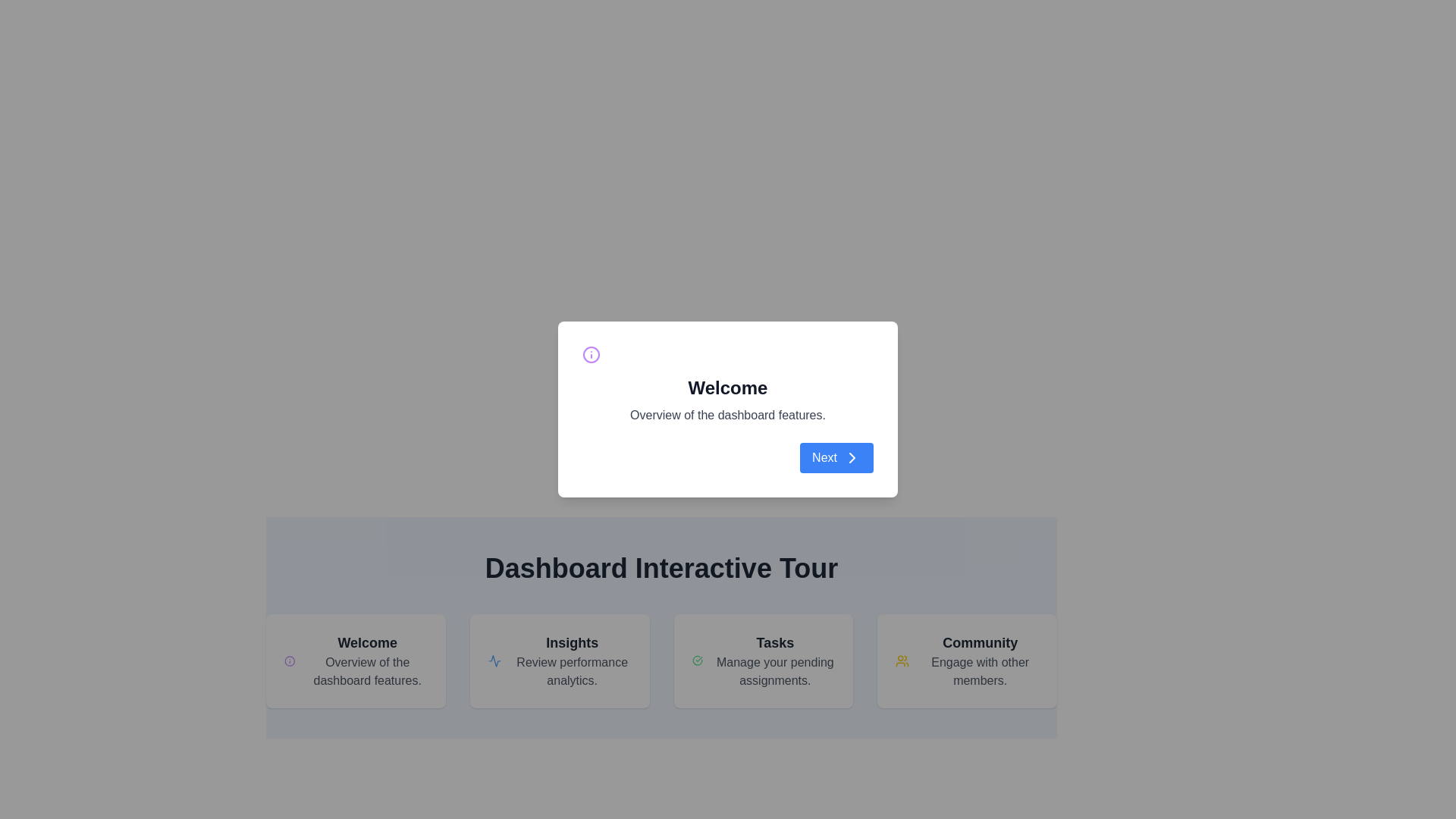 This screenshot has height=819, width=1456. What do you see at coordinates (980, 660) in the screenshot?
I see `the 'Community' text block, which features a bold black heading and gray subtext, located at the rightmost section of a row of informational components` at bounding box center [980, 660].